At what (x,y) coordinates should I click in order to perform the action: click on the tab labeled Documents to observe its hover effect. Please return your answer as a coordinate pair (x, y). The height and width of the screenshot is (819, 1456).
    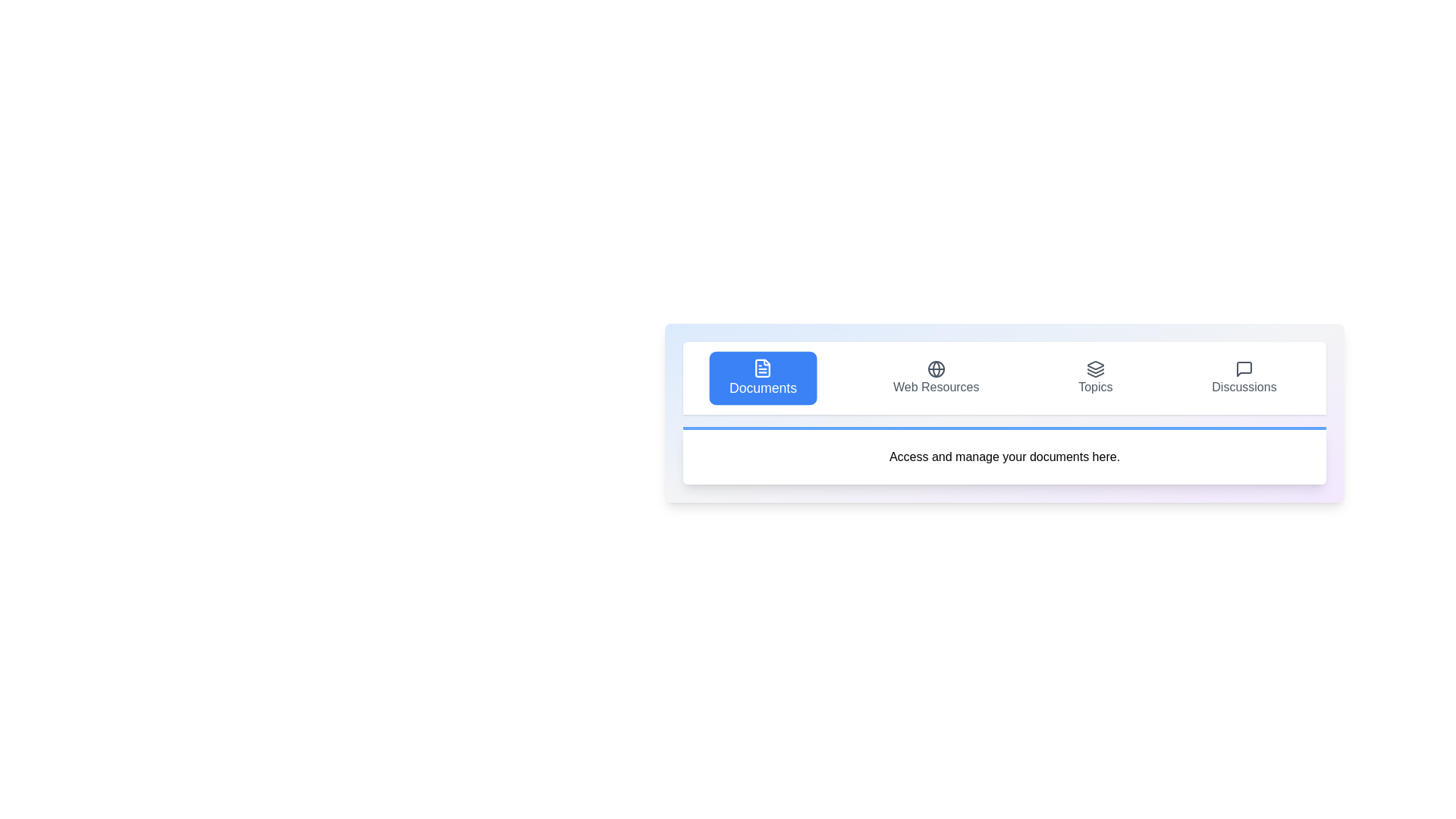
    Looking at the image, I should click on (763, 377).